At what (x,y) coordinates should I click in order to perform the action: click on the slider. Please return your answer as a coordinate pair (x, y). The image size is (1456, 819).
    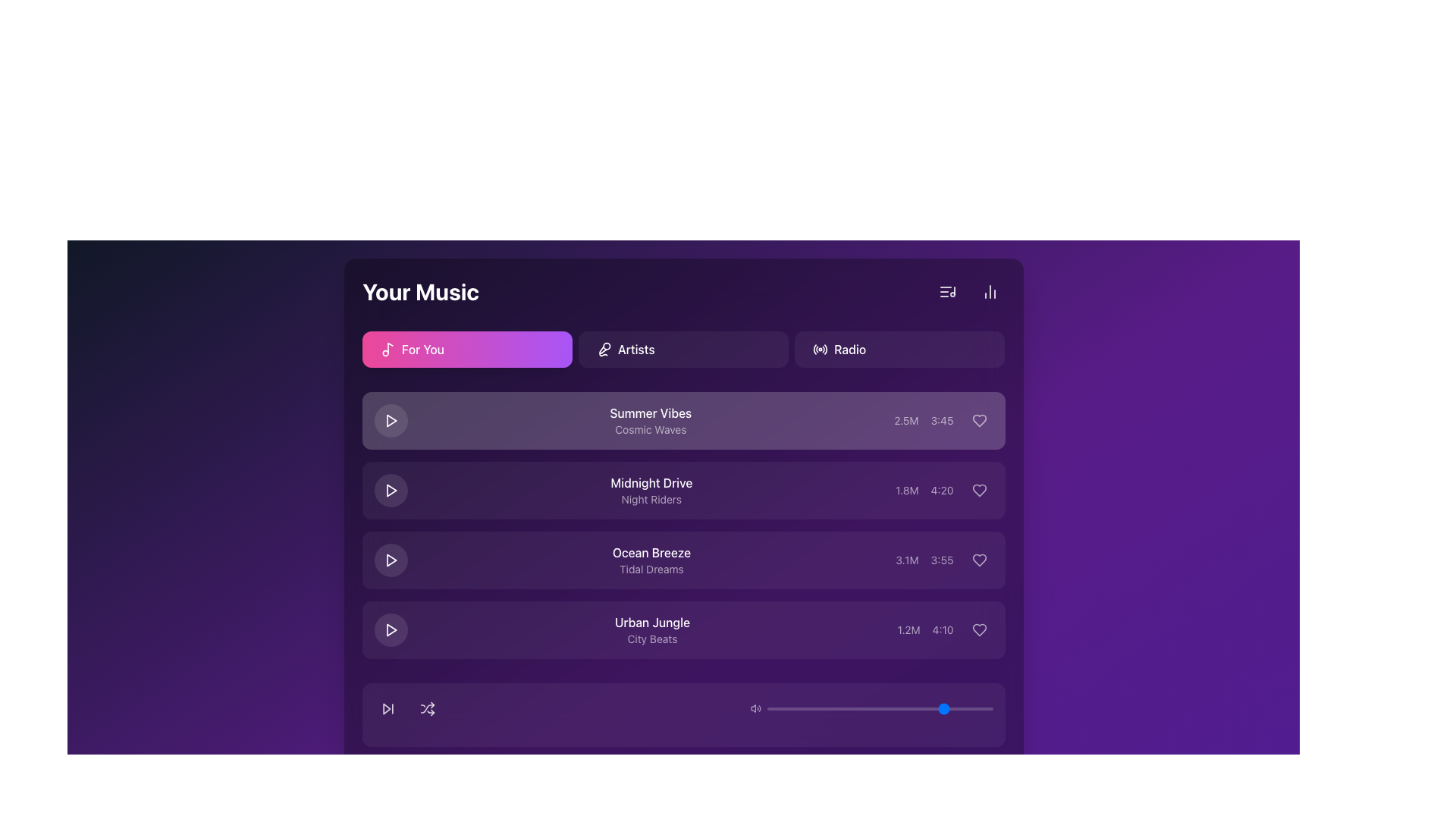
    Looking at the image, I should click on (958, 708).